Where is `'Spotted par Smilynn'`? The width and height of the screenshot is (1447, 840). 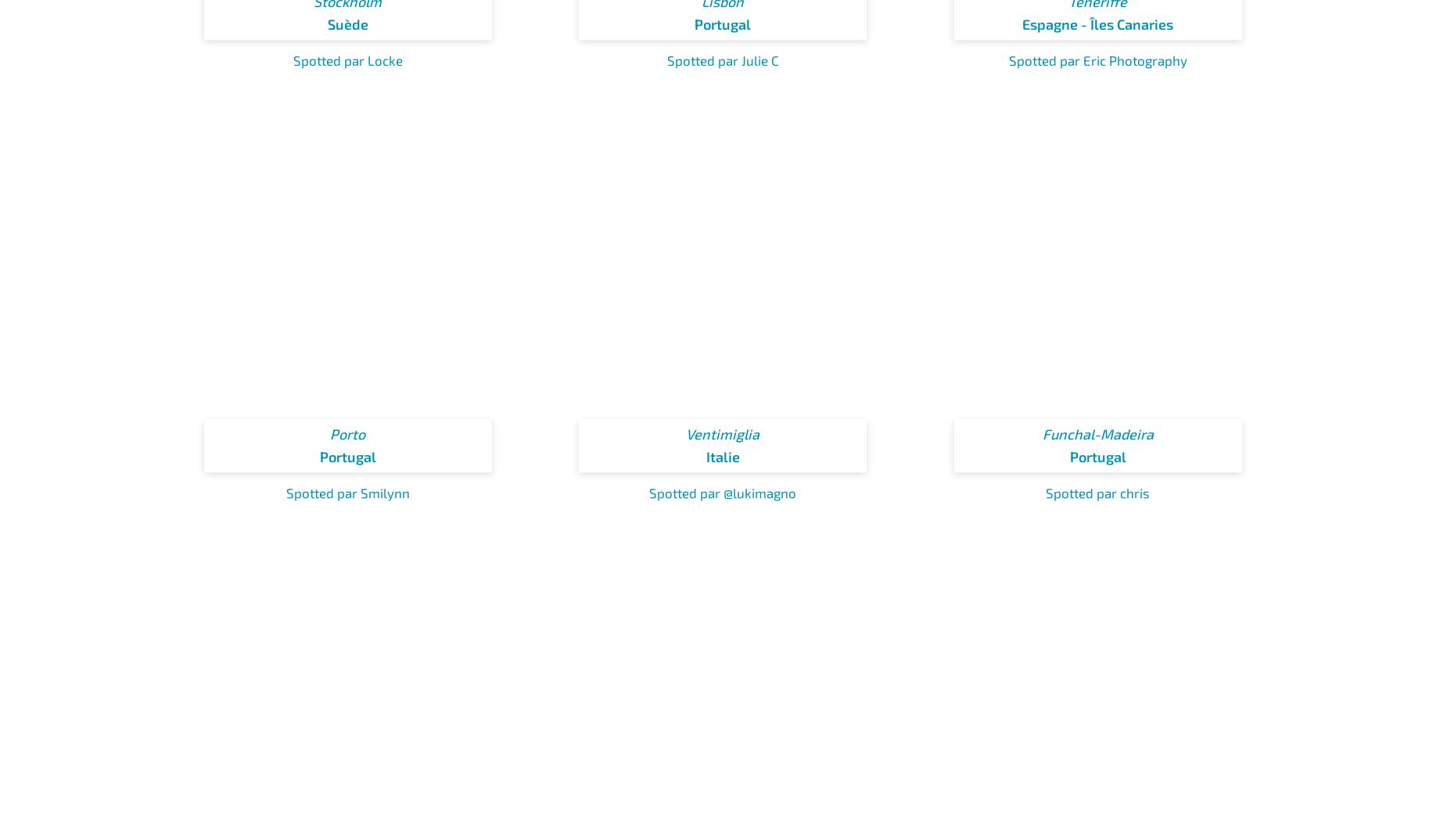 'Spotted par Smilynn' is located at coordinates (346, 492).